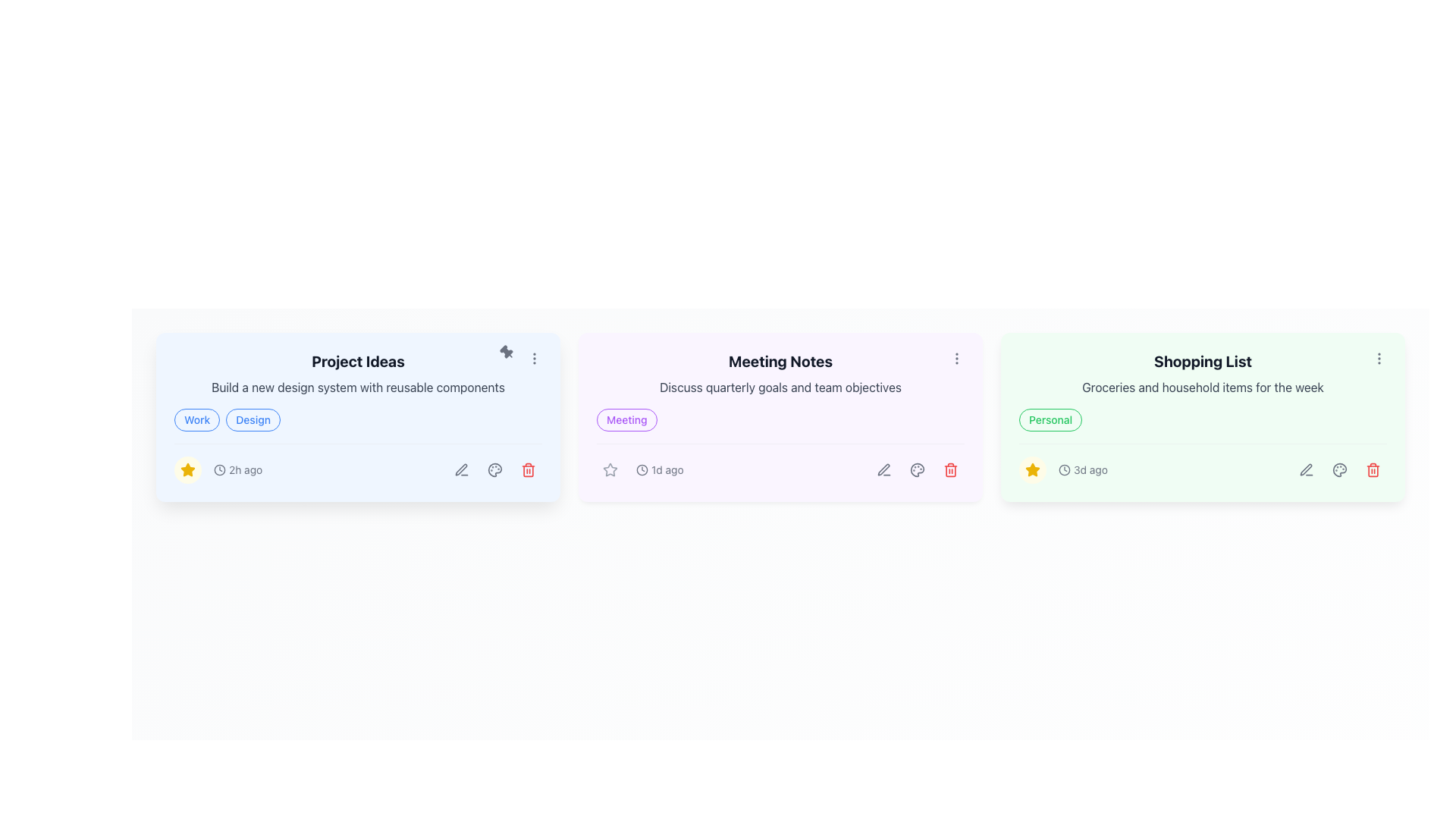 This screenshot has height=819, width=1456. I want to click on the button with three stacked vertical dots located in the top-right corner of the 'Shopping List' card, so click(1379, 359).